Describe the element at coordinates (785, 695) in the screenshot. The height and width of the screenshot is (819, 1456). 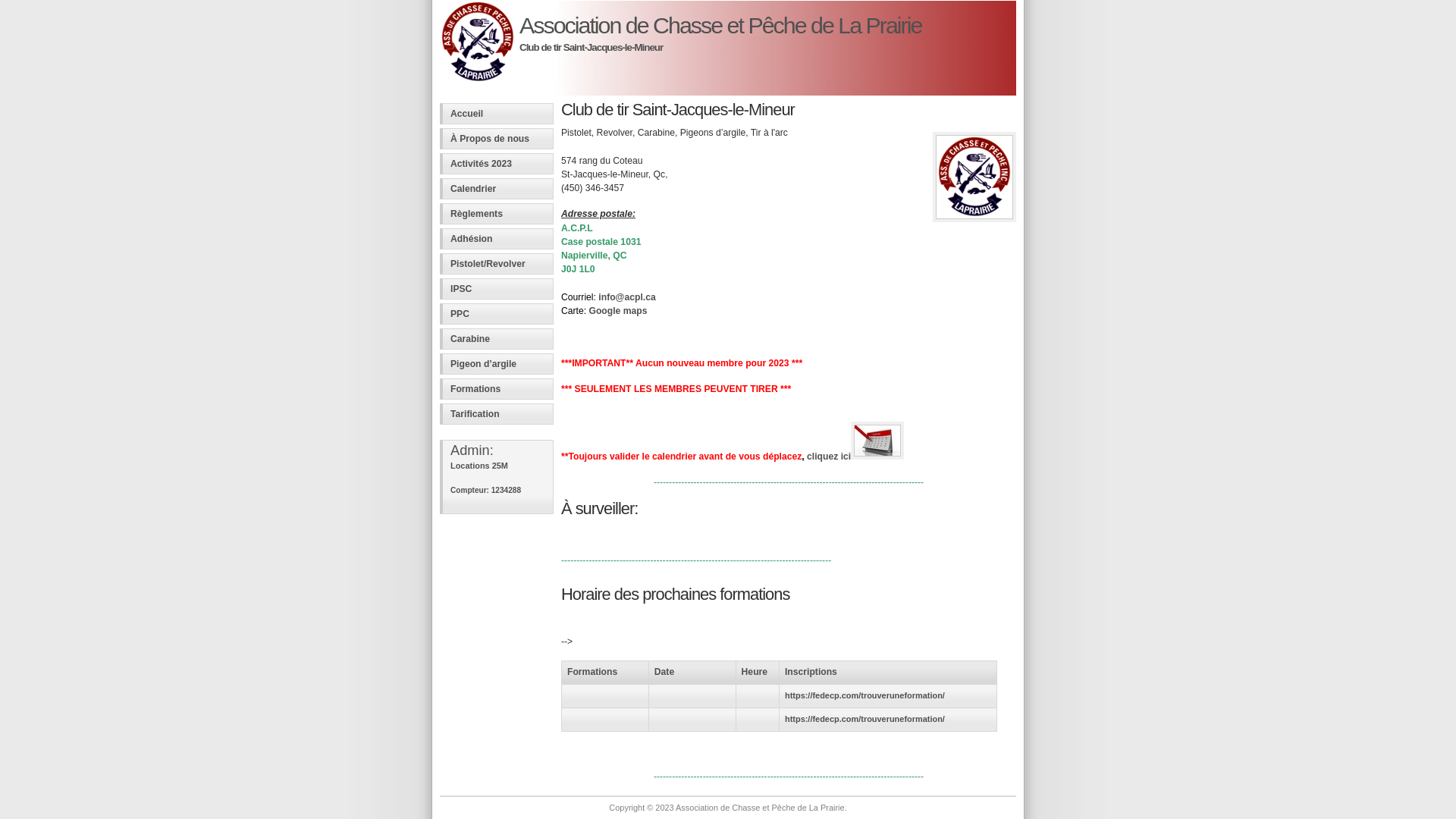
I see `'https://fedecp.com/trouveruneformation/'` at that location.